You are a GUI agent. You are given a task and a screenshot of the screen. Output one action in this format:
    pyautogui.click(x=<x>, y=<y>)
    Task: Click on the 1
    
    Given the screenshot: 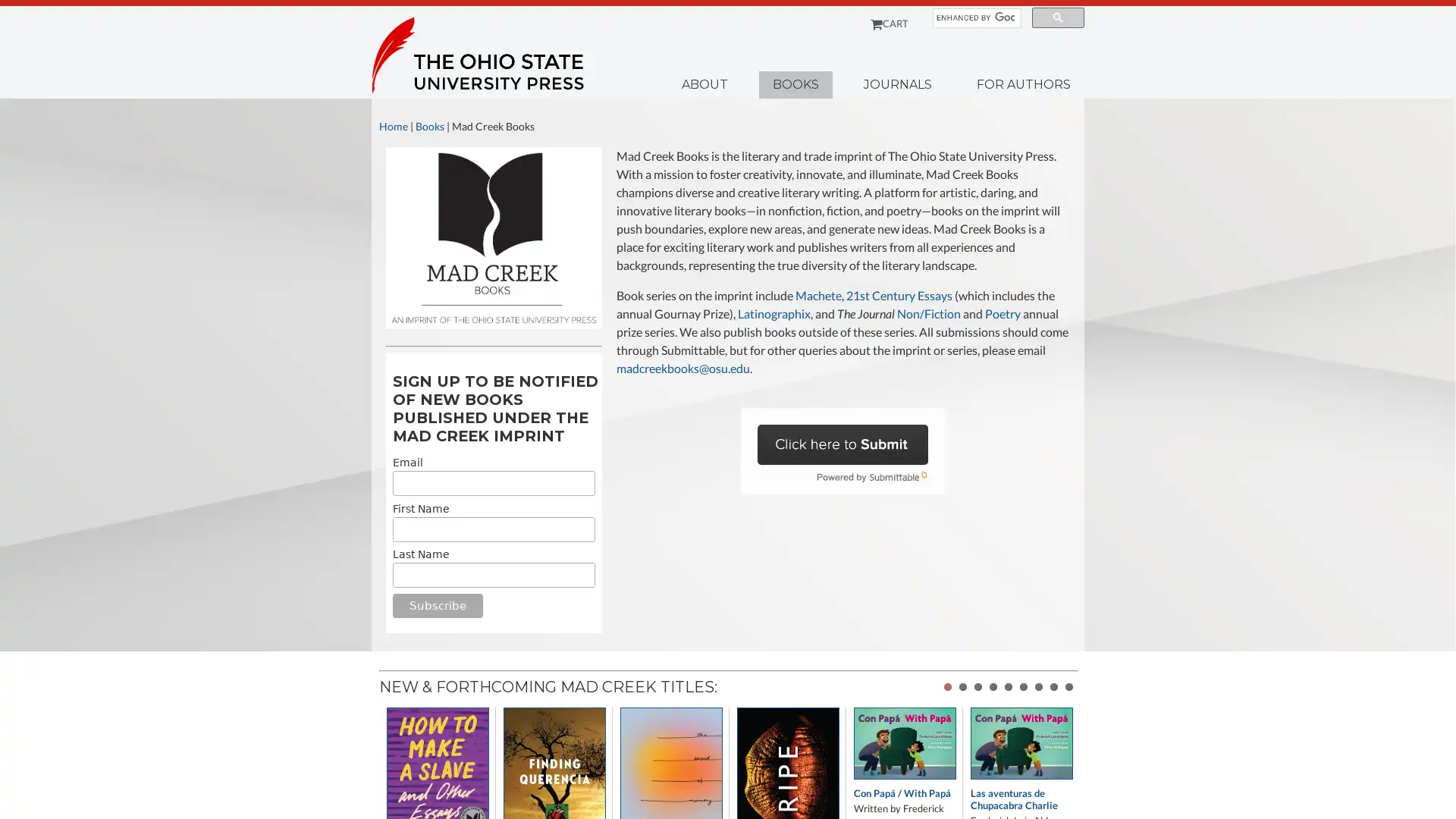 What is the action you would take?
    pyautogui.click(x=946, y=687)
    